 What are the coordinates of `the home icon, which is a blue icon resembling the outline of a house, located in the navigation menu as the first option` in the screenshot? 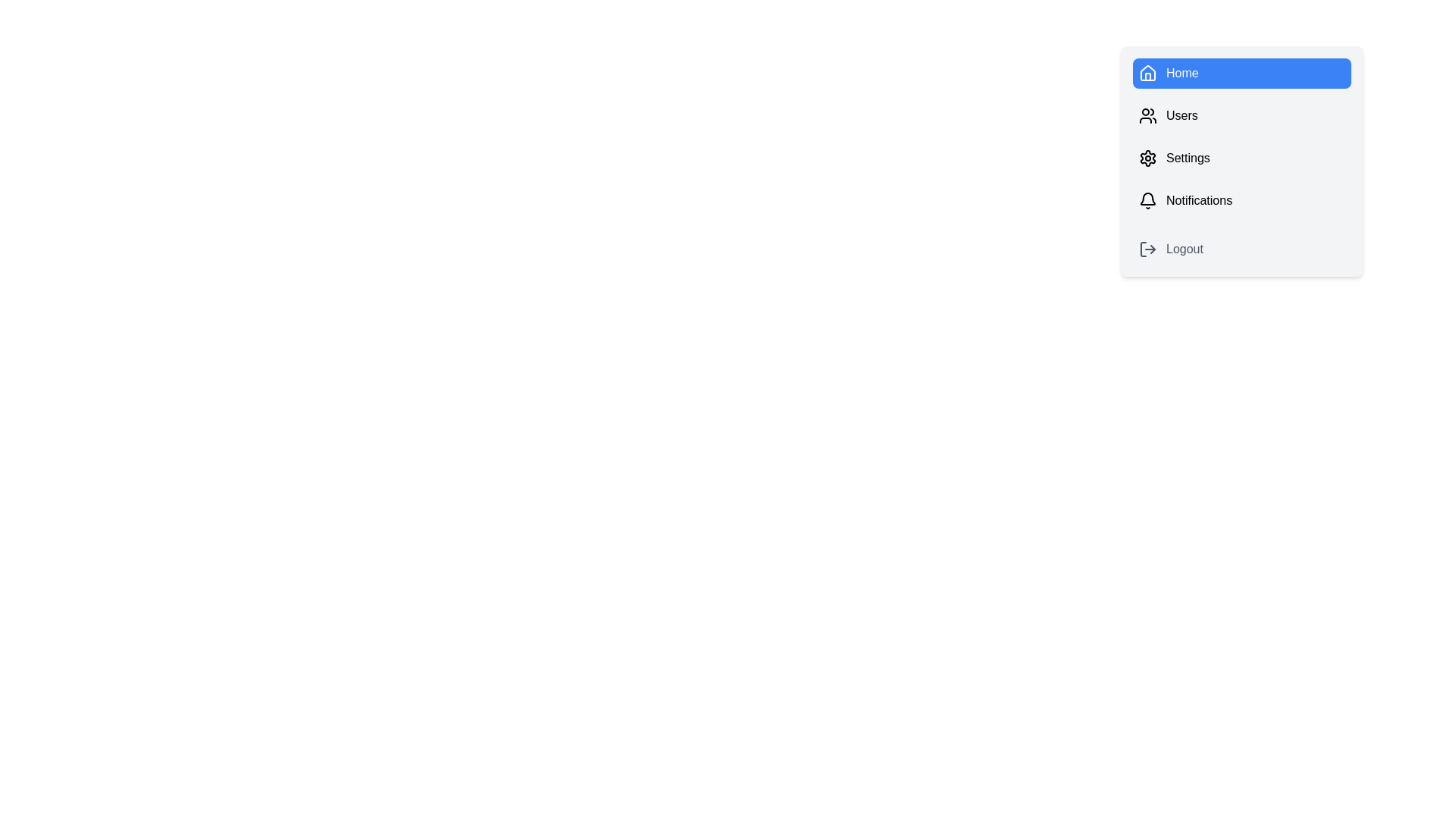 It's located at (1147, 73).